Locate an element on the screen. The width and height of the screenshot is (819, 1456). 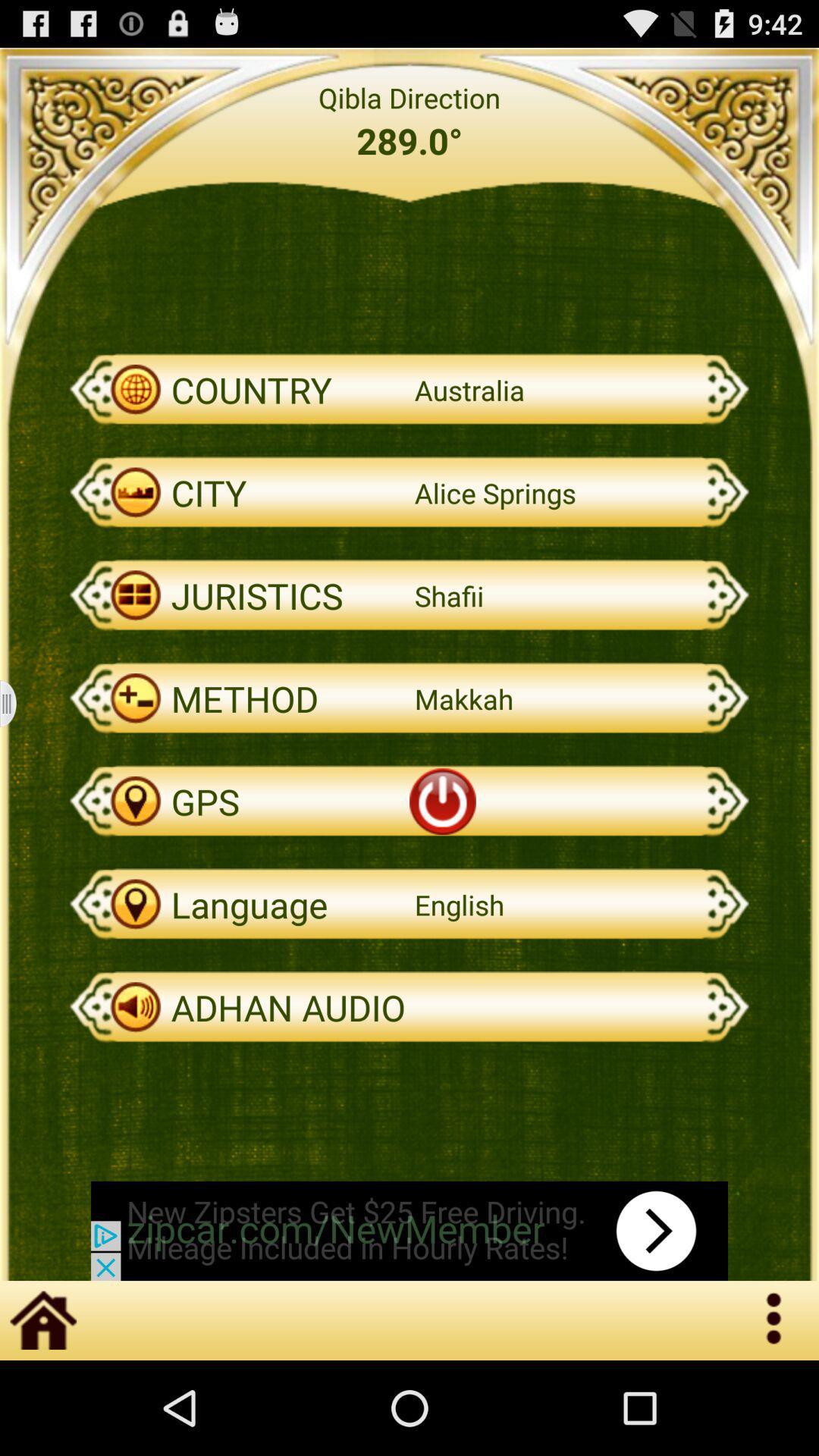
juristics on the page is located at coordinates (409, 595).